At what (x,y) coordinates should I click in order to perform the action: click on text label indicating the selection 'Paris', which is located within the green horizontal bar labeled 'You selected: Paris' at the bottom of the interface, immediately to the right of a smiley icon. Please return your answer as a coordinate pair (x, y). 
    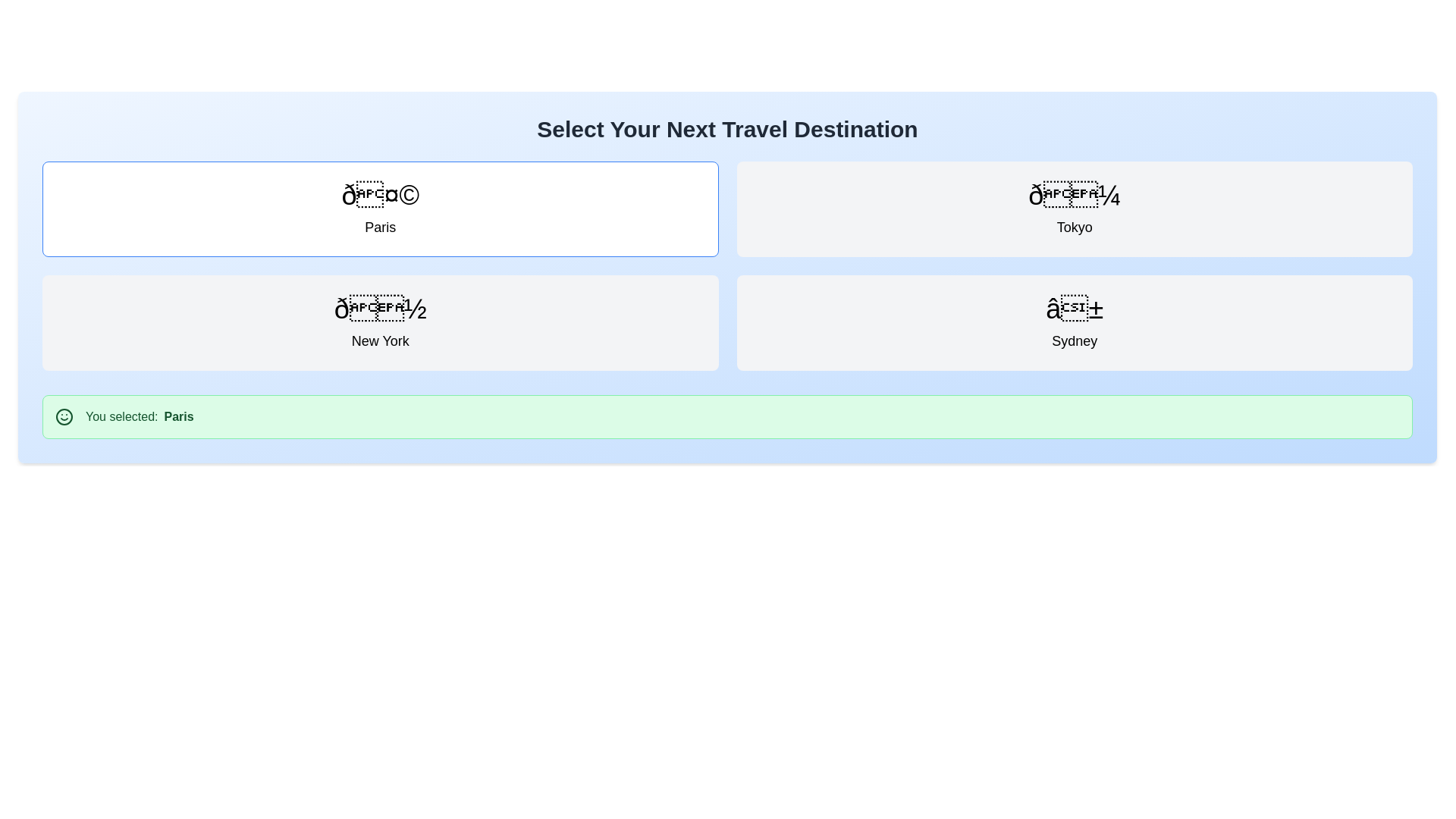
    Looking at the image, I should click on (178, 417).